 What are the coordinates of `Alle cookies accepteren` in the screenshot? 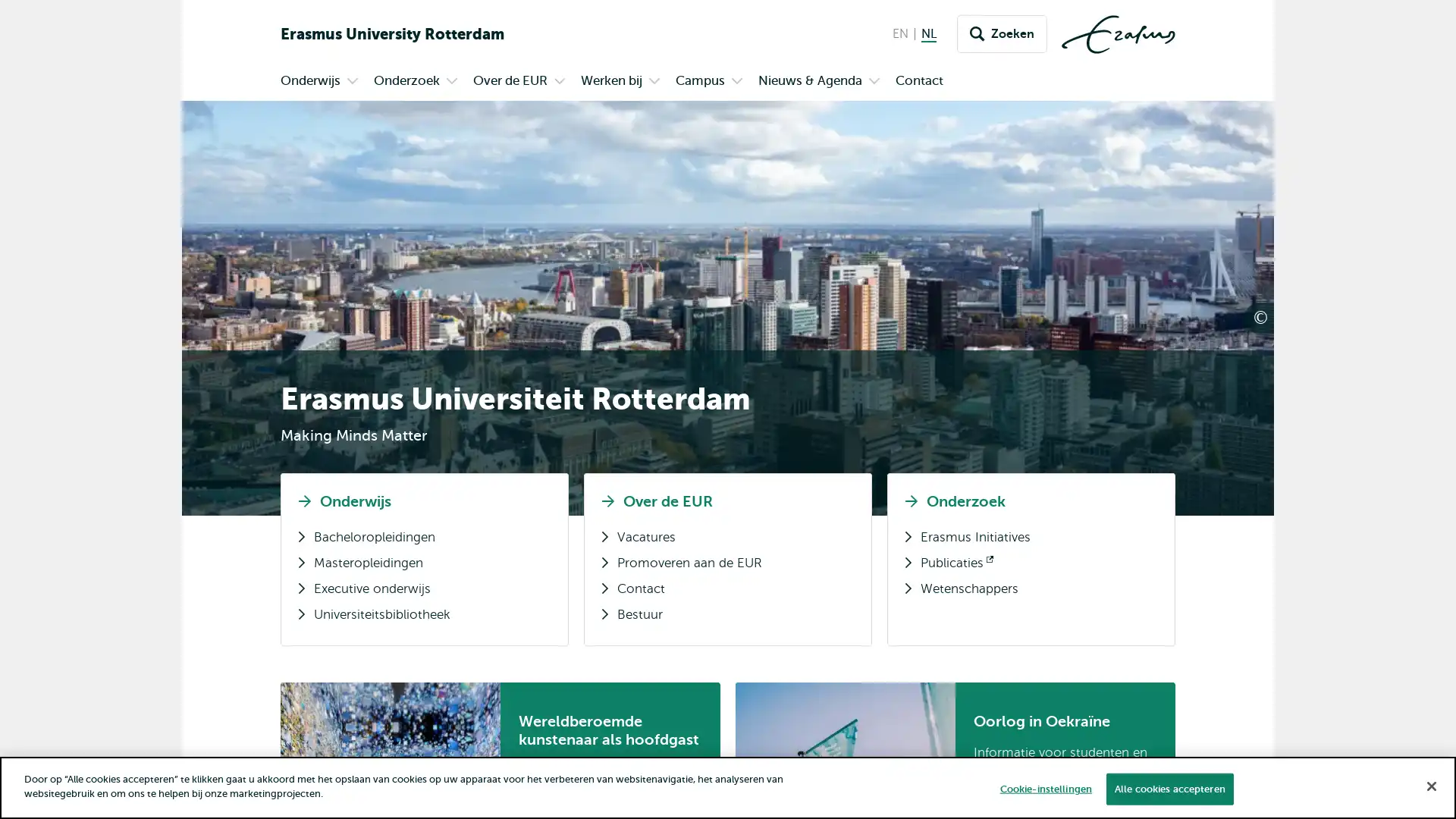 It's located at (1168, 788).